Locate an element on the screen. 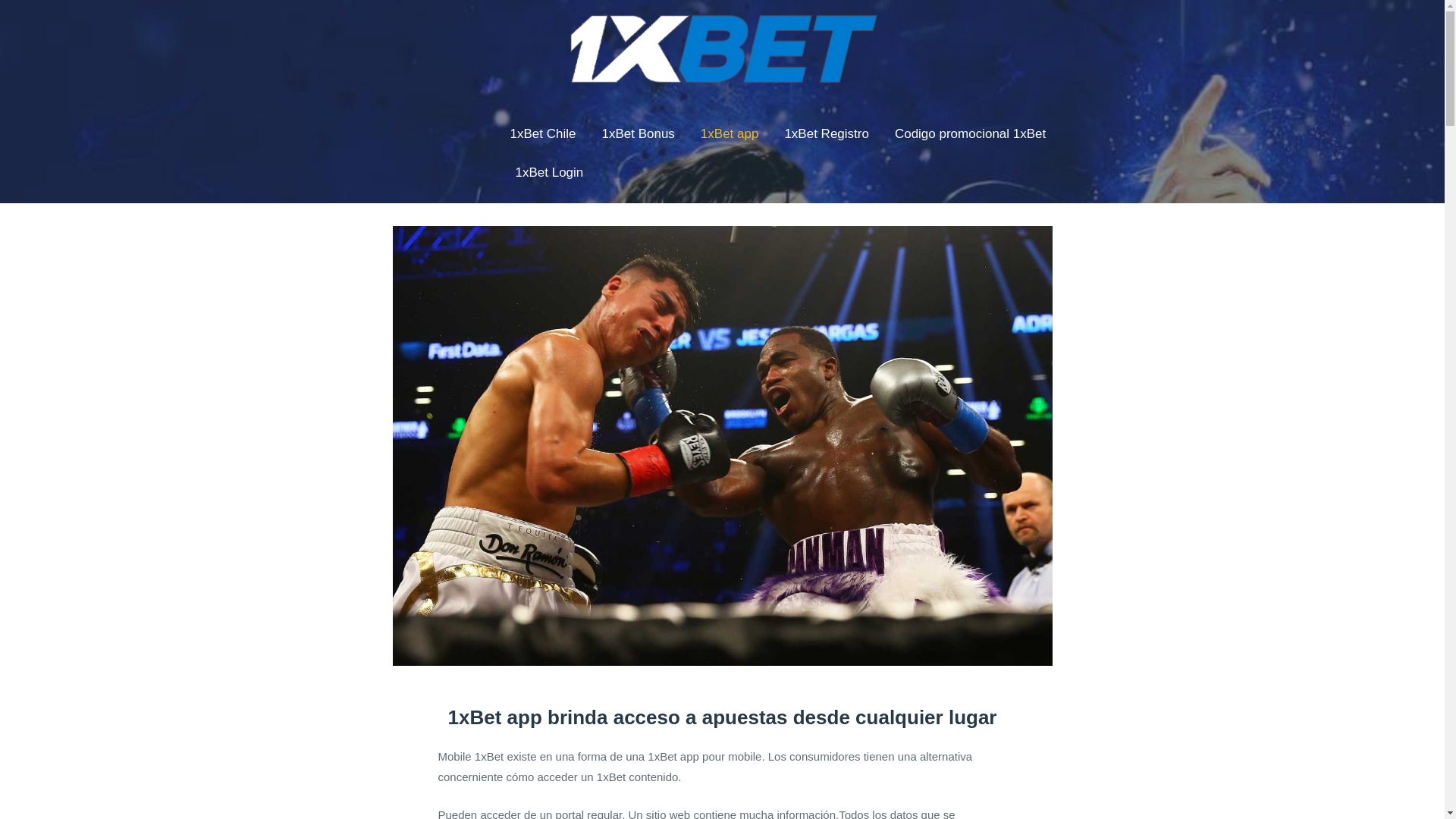  '1xBet app' is located at coordinates (730, 133).